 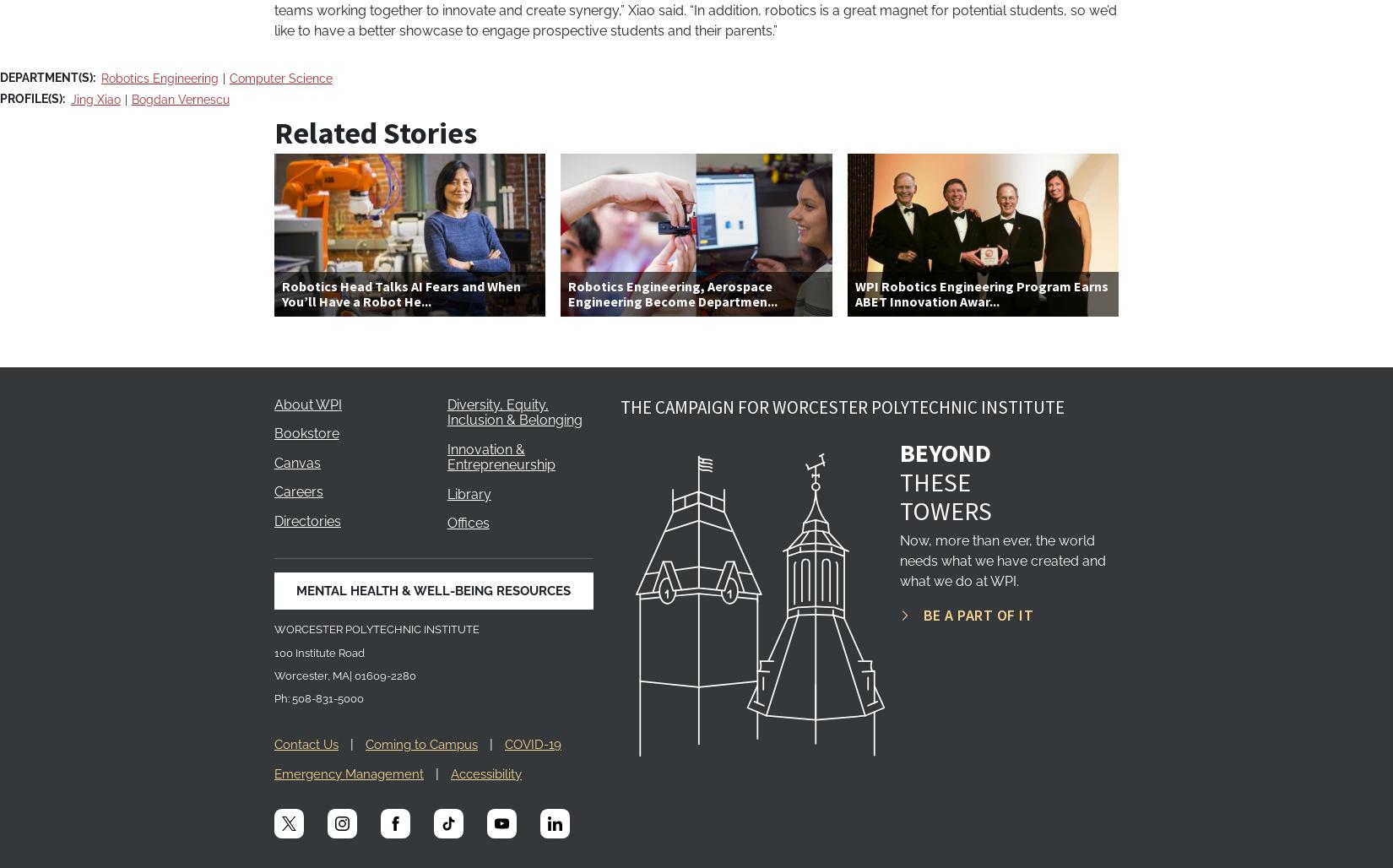 What do you see at coordinates (319, 652) in the screenshot?
I see `'100 Institute Road'` at bounding box center [319, 652].